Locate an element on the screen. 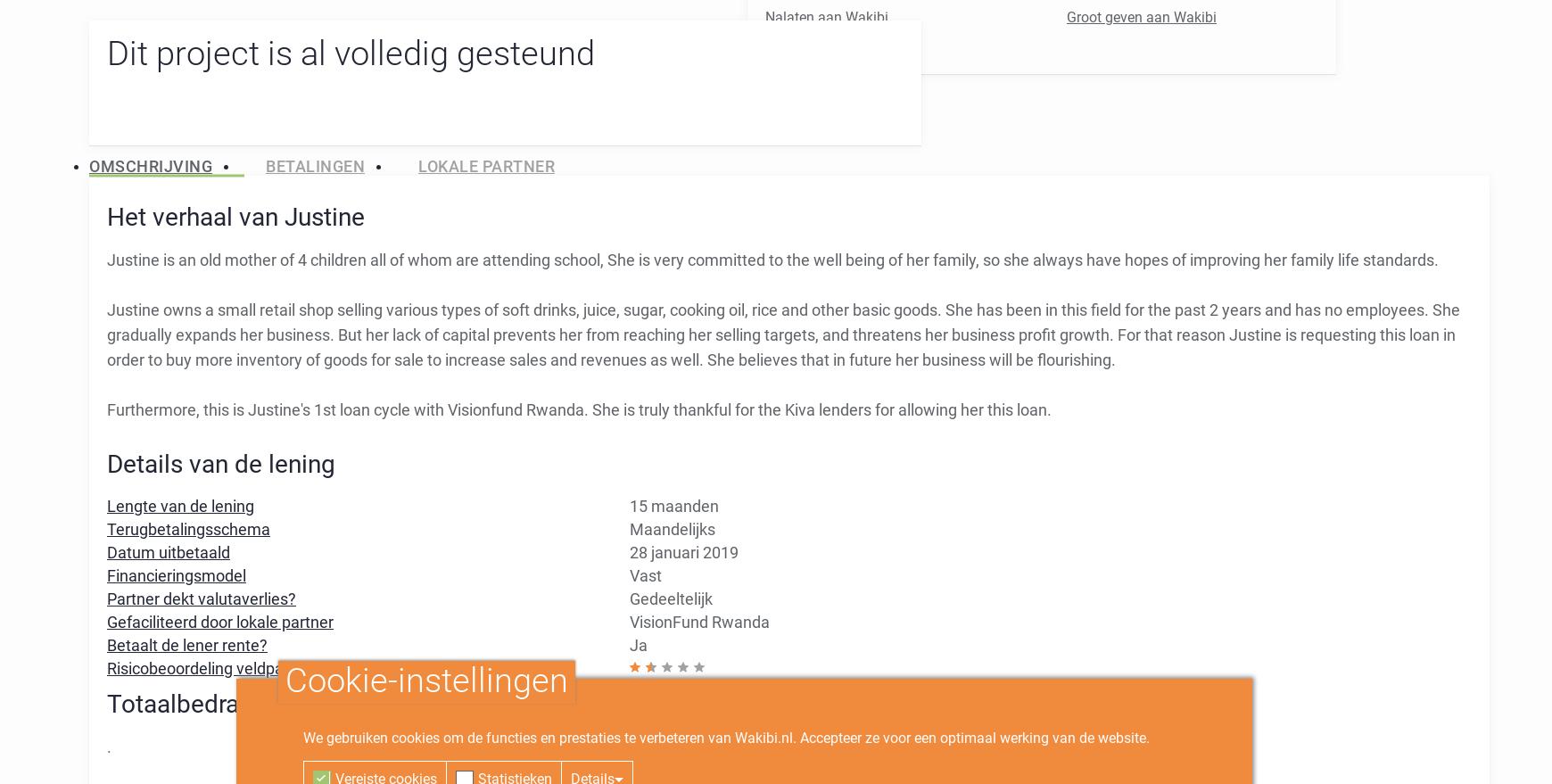  'Justine is an old mother of 4 children all of whom are attending school, She is very committed to the well being of her family, so she always have hopes of improving her family life standards.' is located at coordinates (772, 259).